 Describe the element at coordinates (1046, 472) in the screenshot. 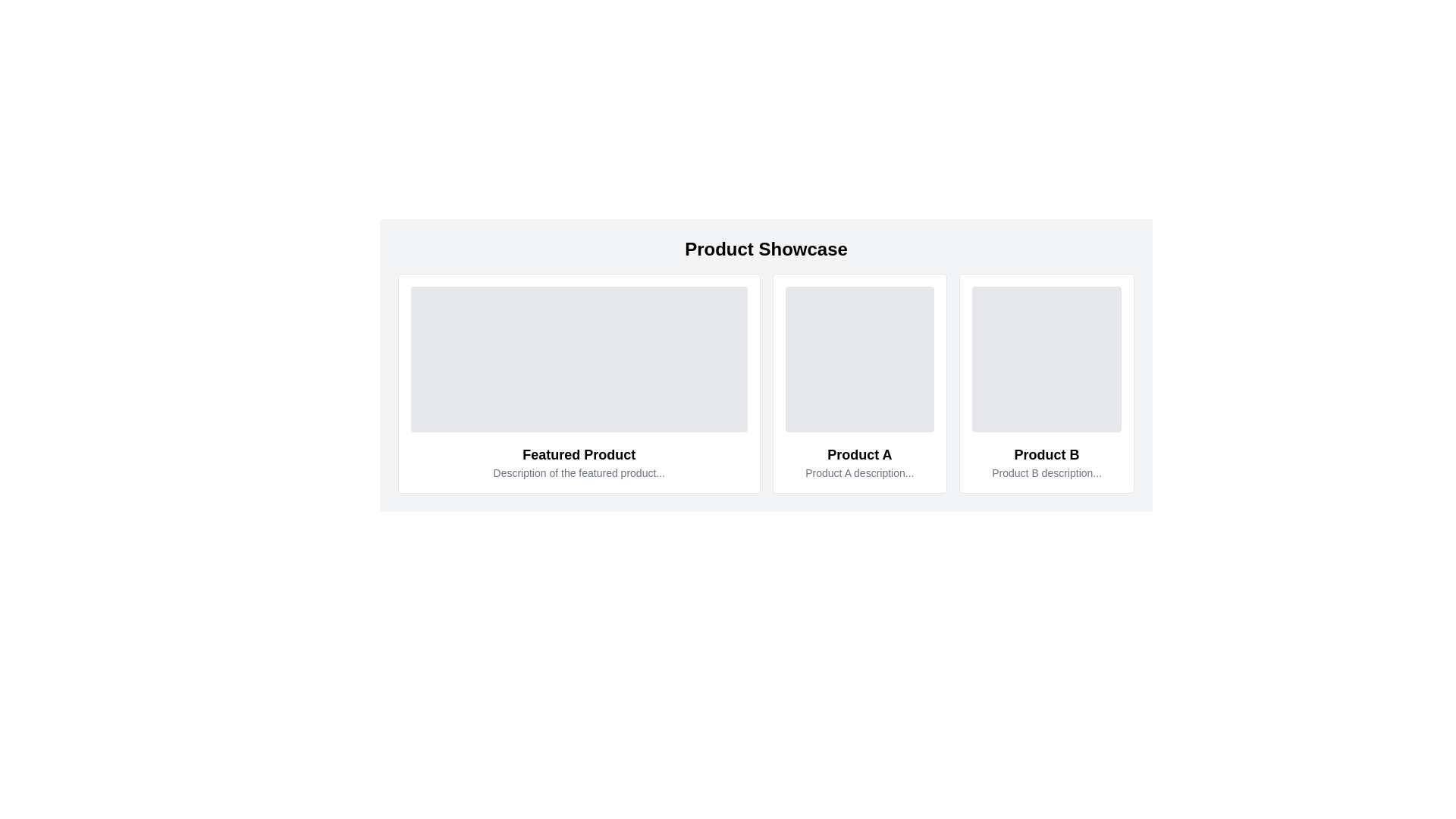

I see `the text label displaying 'Product B description...' located within the card for 'Product B'` at that location.